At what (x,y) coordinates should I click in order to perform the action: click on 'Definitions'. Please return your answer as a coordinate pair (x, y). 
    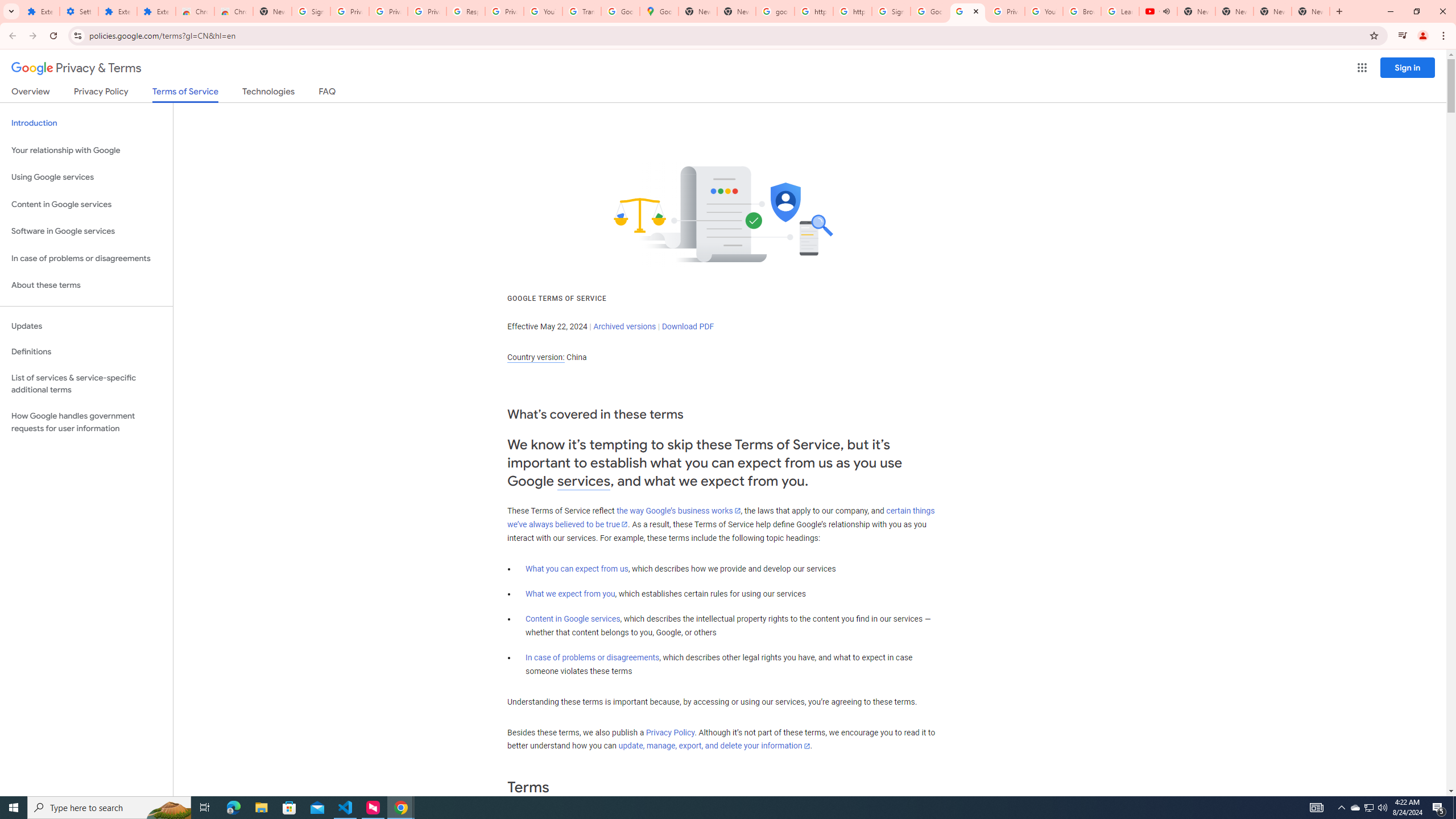
    Looking at the image, I should click on (86, 351).